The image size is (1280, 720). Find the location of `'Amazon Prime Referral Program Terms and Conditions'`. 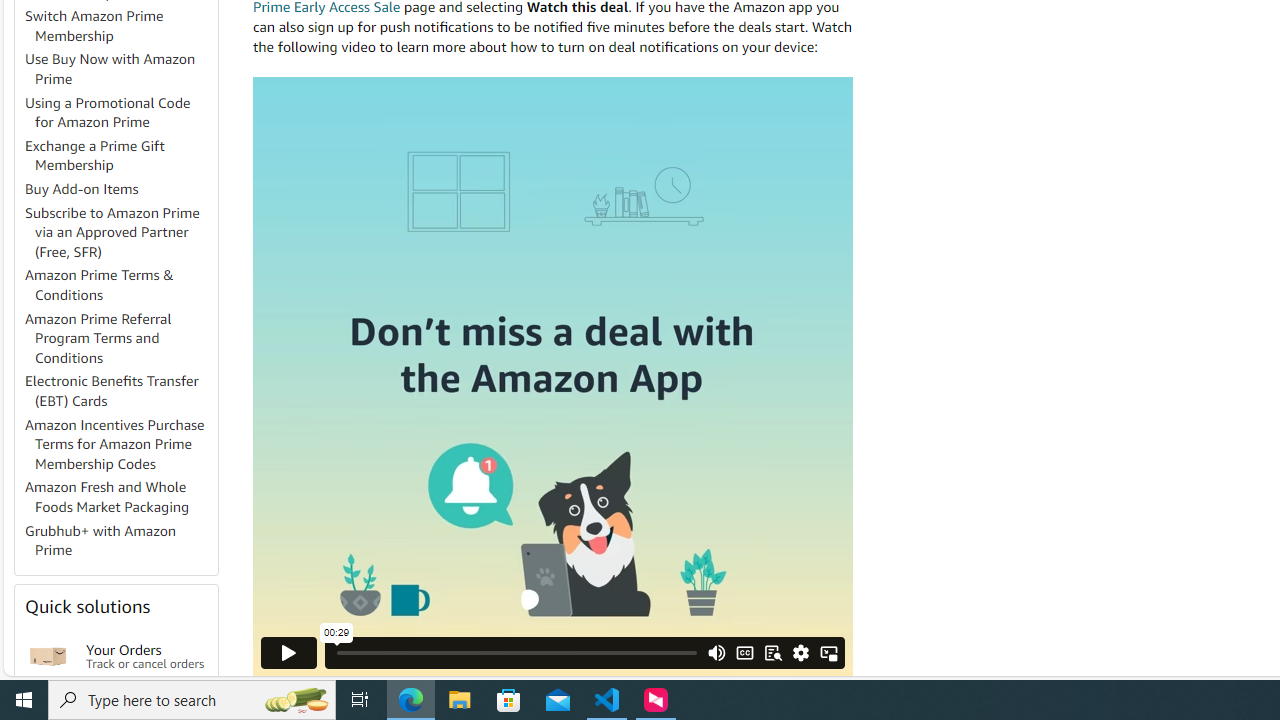

'Amazon Prime Referral Program Terms and Conditions' is located at coordinates (97, 337).